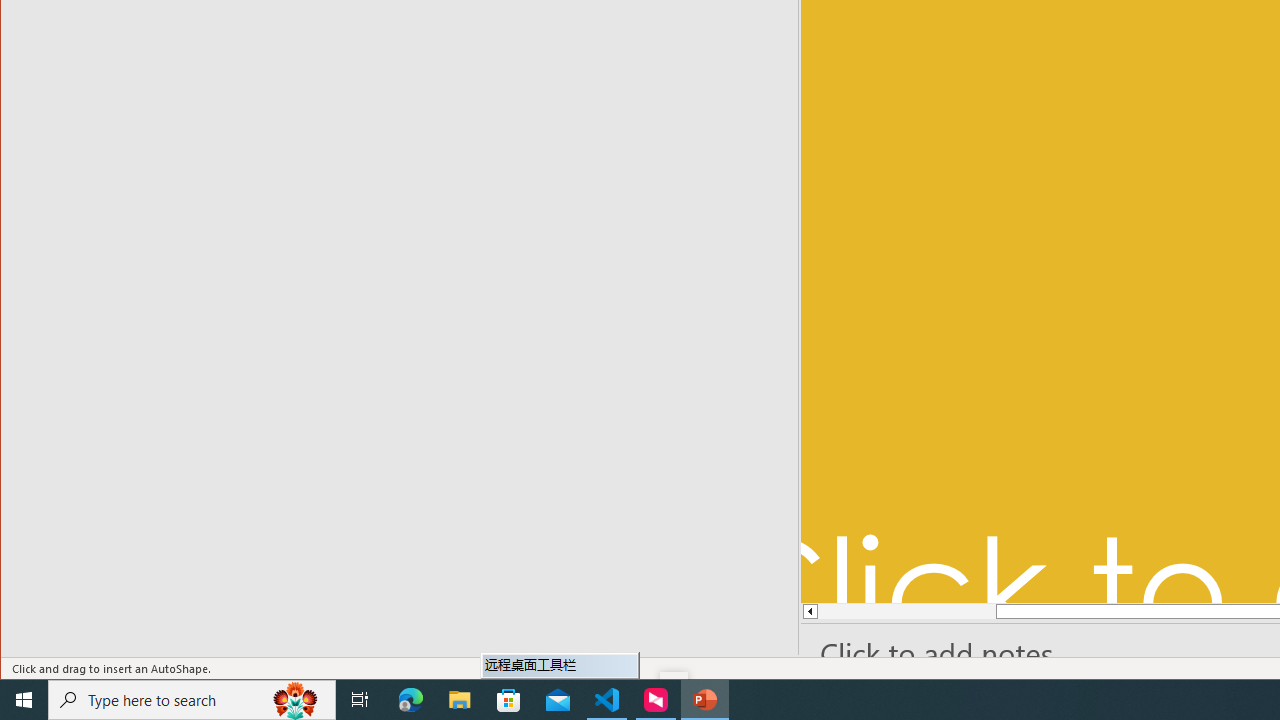 This screenshot has width=1280, height=720. Describe the element at coordinates (294, 698) in the screenshot. I see `'Search highlights icon opens search home window'` at that location.